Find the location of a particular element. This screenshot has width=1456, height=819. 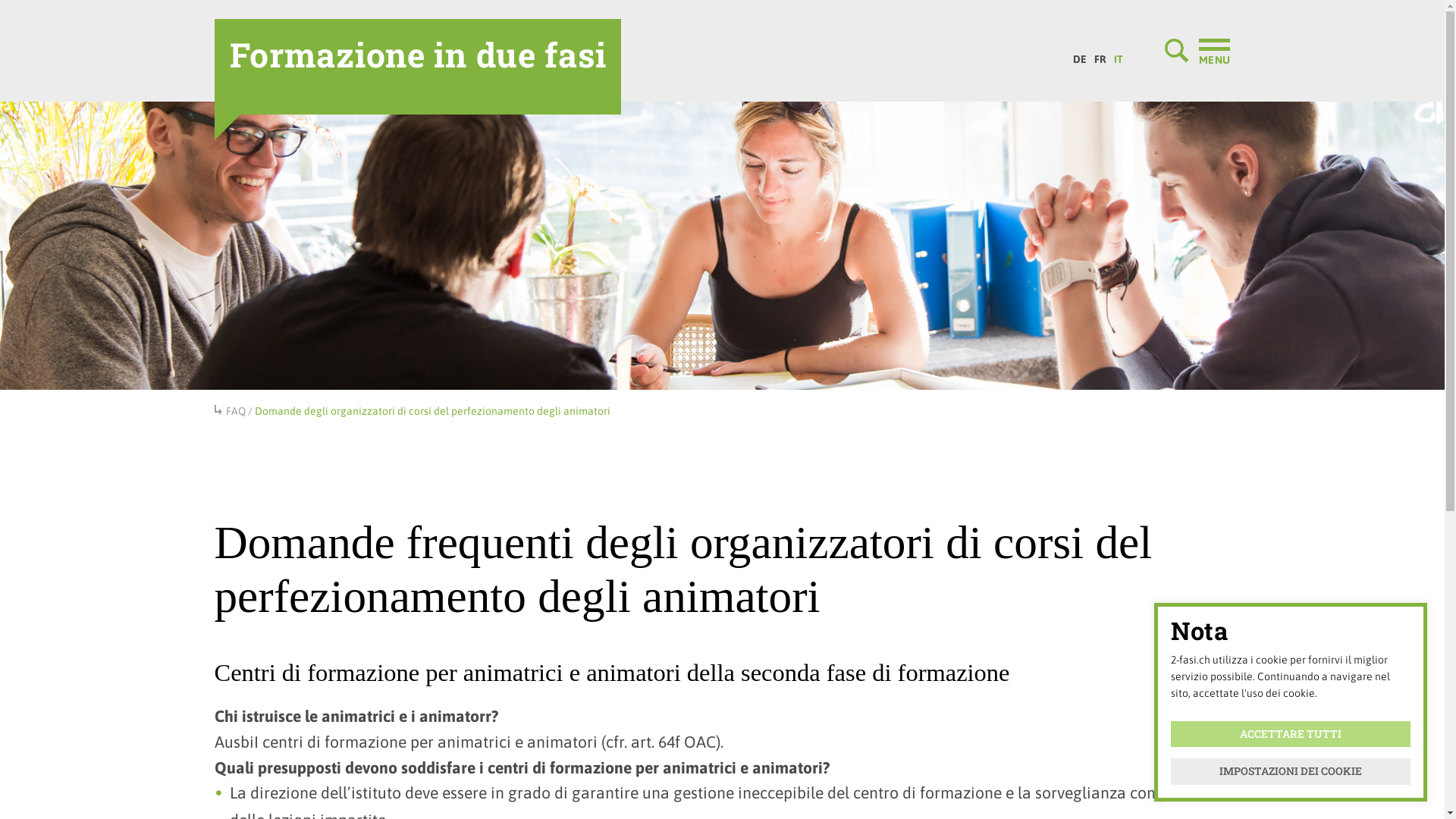

'MENU' is located at coordinates (1197, 49).